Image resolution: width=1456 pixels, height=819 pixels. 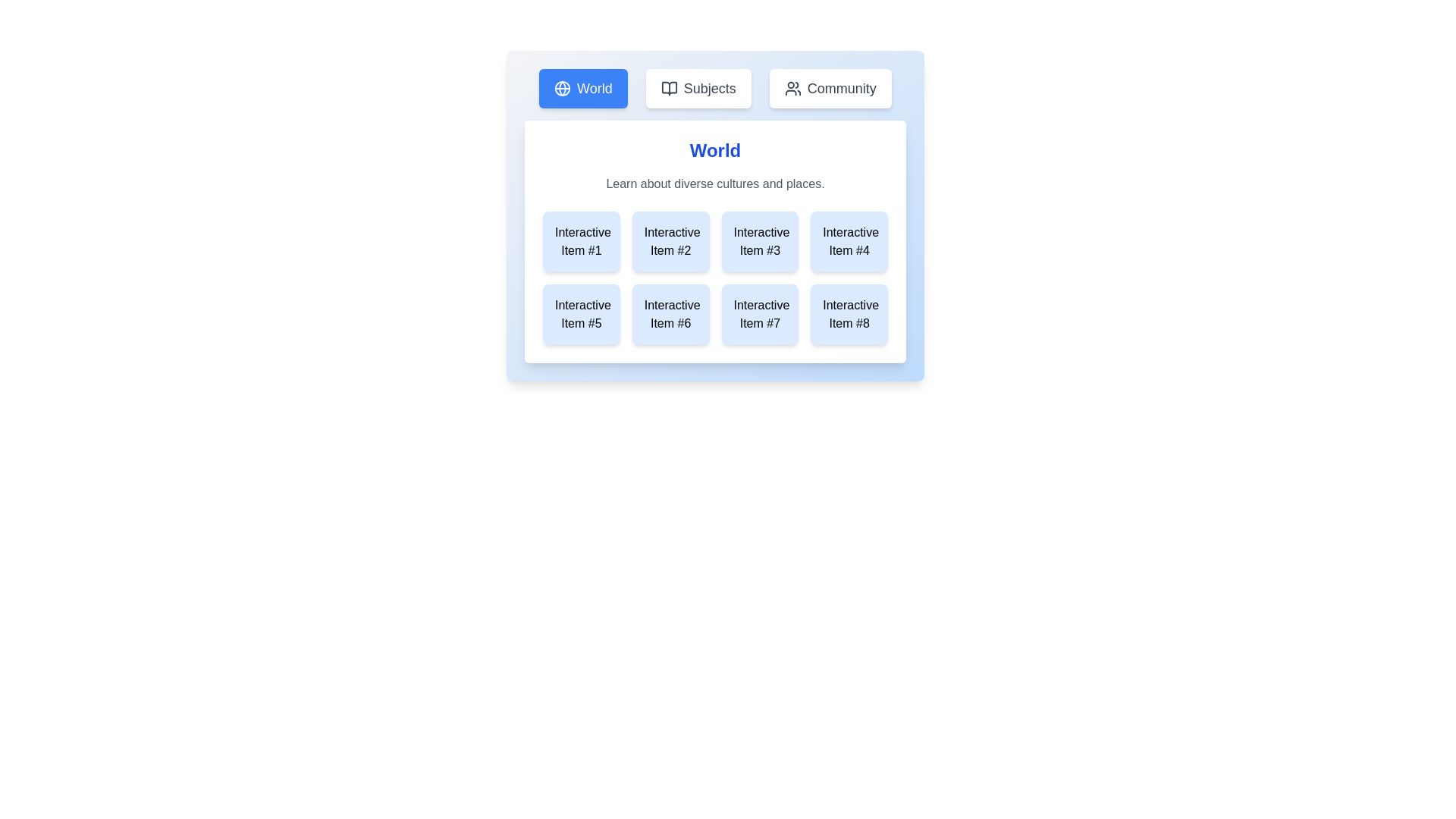 What do you see at coordinates (582, 88) in the screenshot?
I see `the World tab to switch views` at bounding box center [582, 88].